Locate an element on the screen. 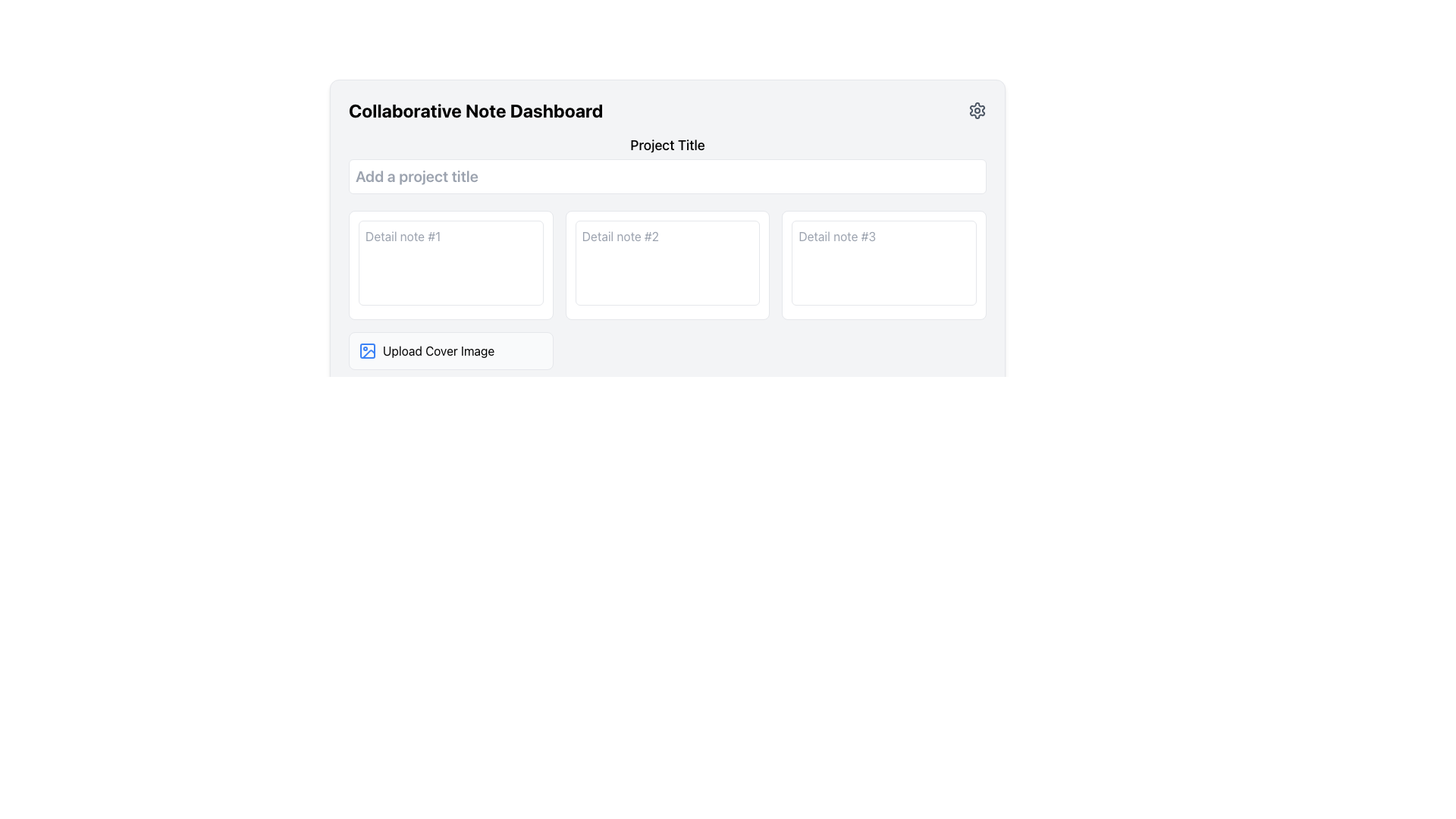 The width and height of the screenshot is (1456, 819). the clickable area for file selection located at the bottom left of the grid layout within the main panel, beneath the first column of note entry text areas is located at coordinates (450, 350).